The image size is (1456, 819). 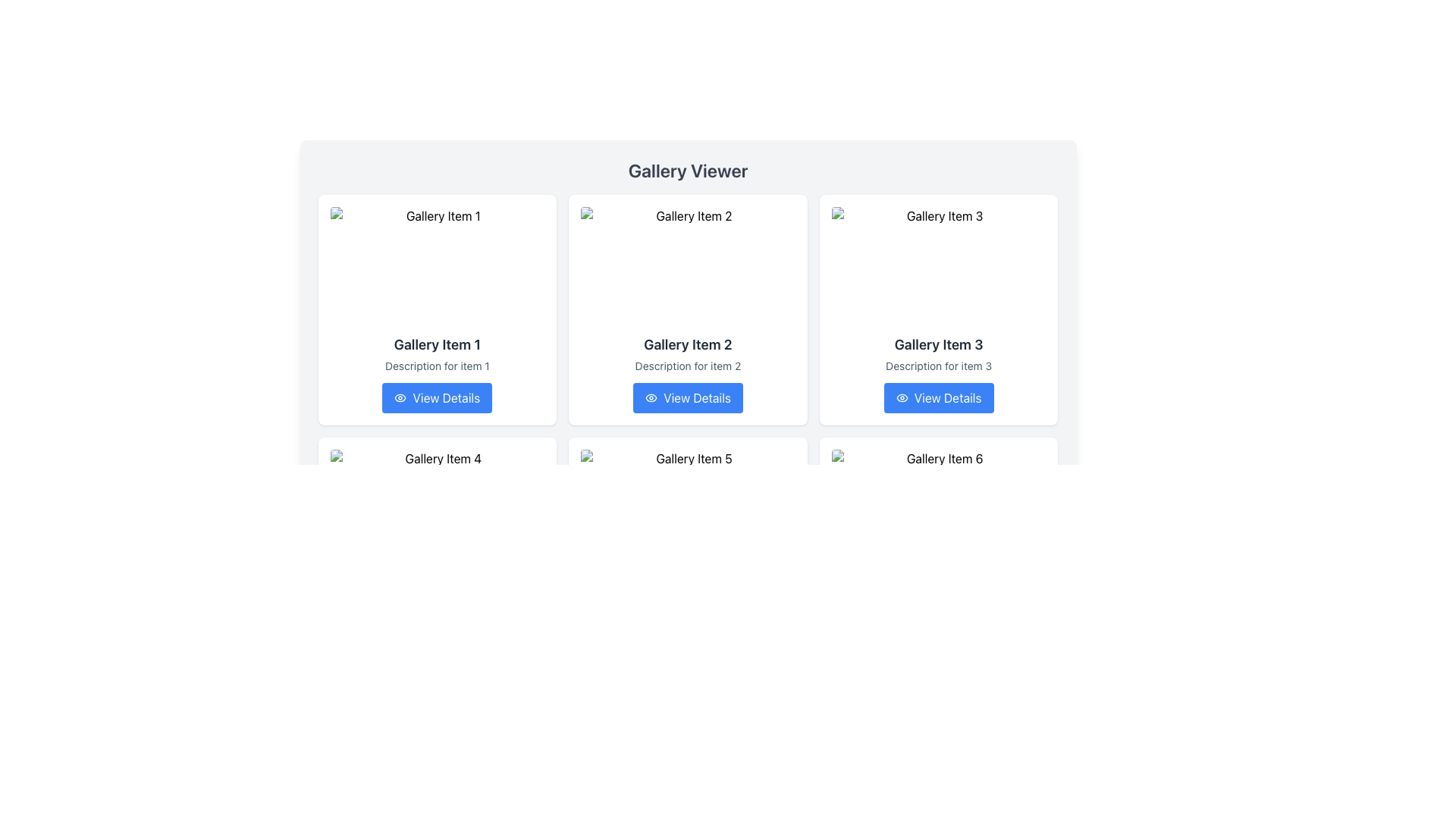 What do you see at coordinates (938, 345) in the screenshot?
I see `text label displaying 'Gallery Item 3', which is bold and dark gray, located below the thumbnail image in the third column of the gallery viewer interface` at bounding box center [938, 345].